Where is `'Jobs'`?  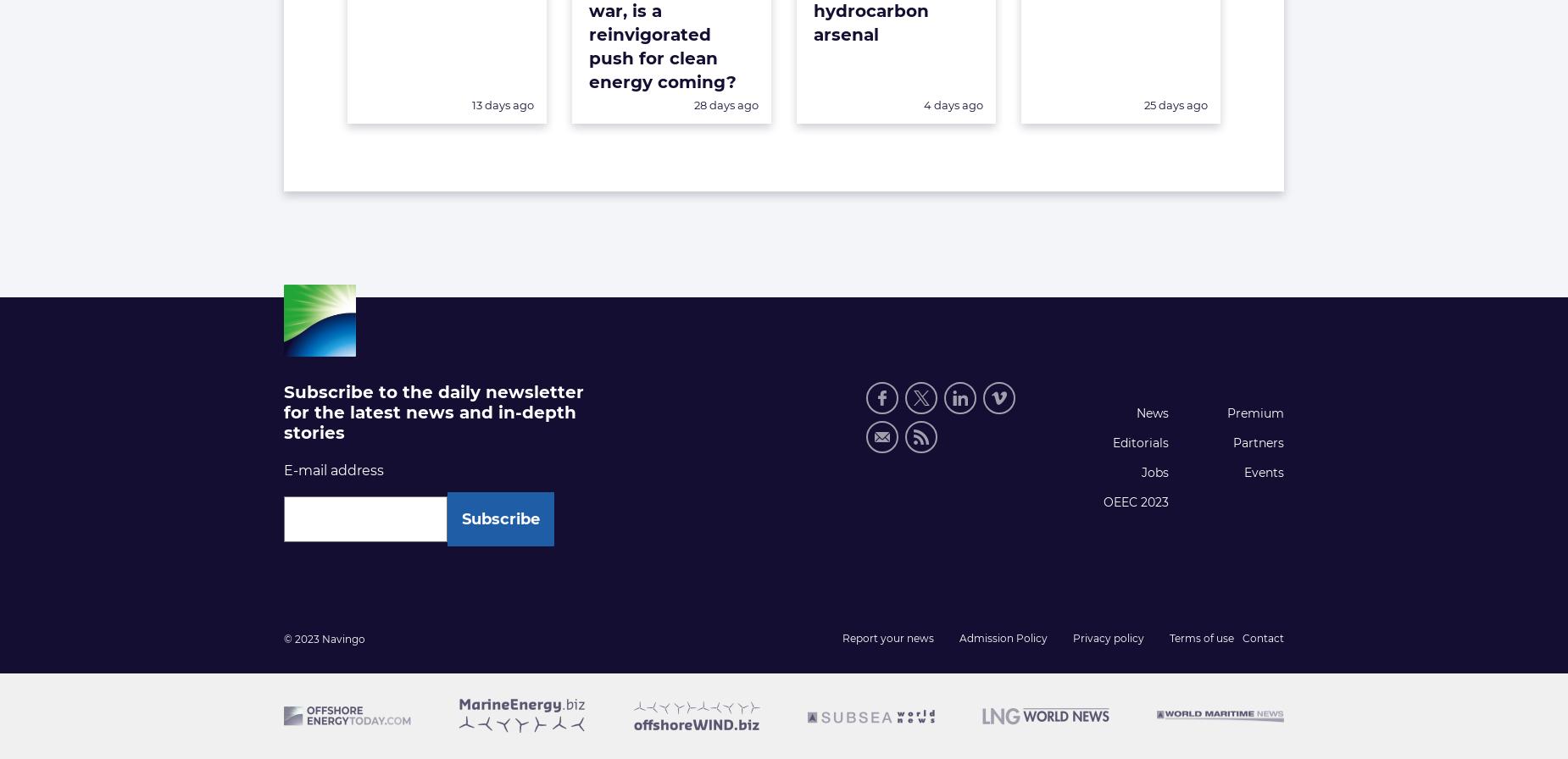 'Jobs' is located at coordinates (1153, 473).